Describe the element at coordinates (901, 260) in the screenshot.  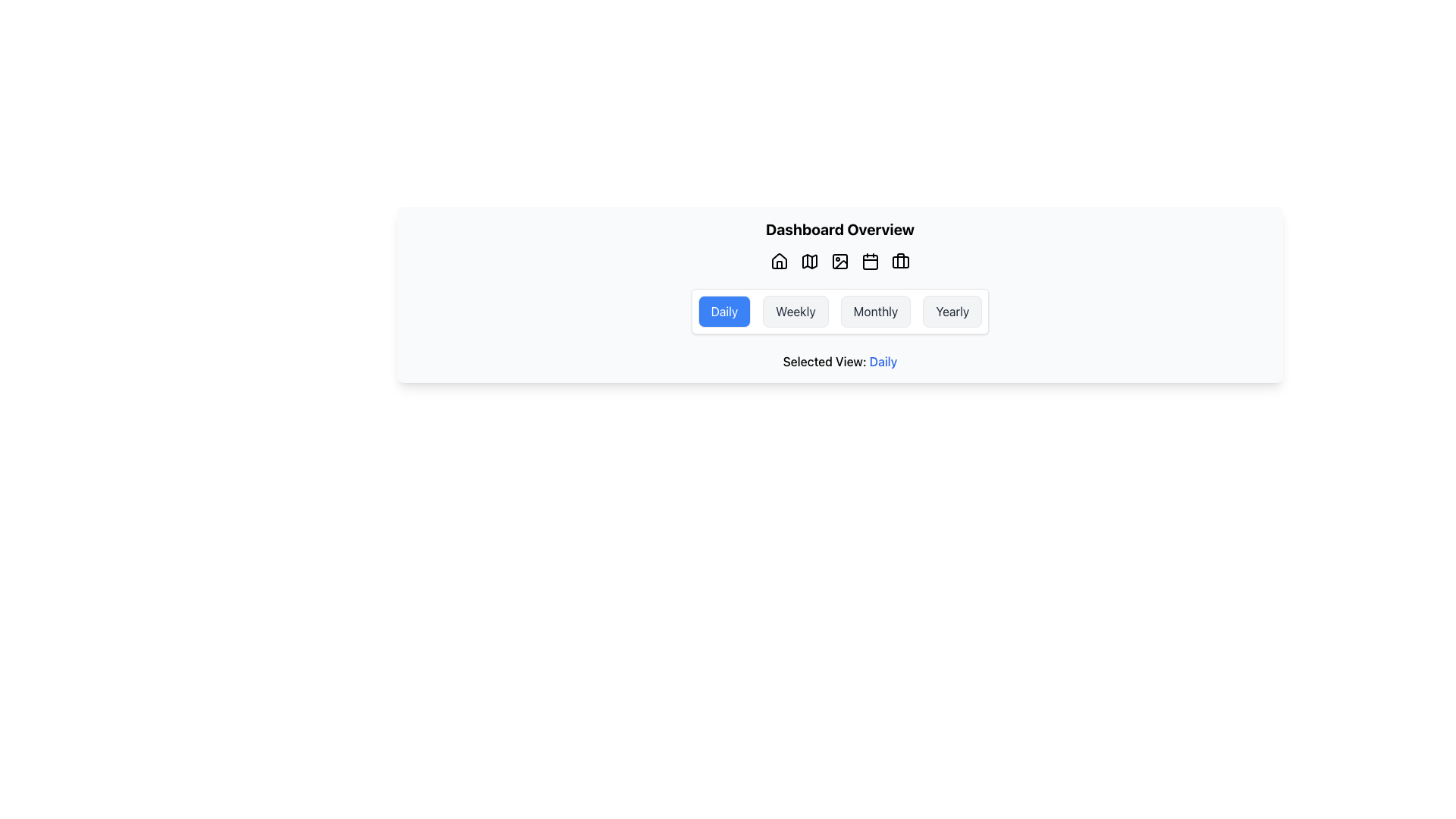
I see `the briefcase icon button located in the toolbar beneath the 'Dashboard Overview' header` at that location.